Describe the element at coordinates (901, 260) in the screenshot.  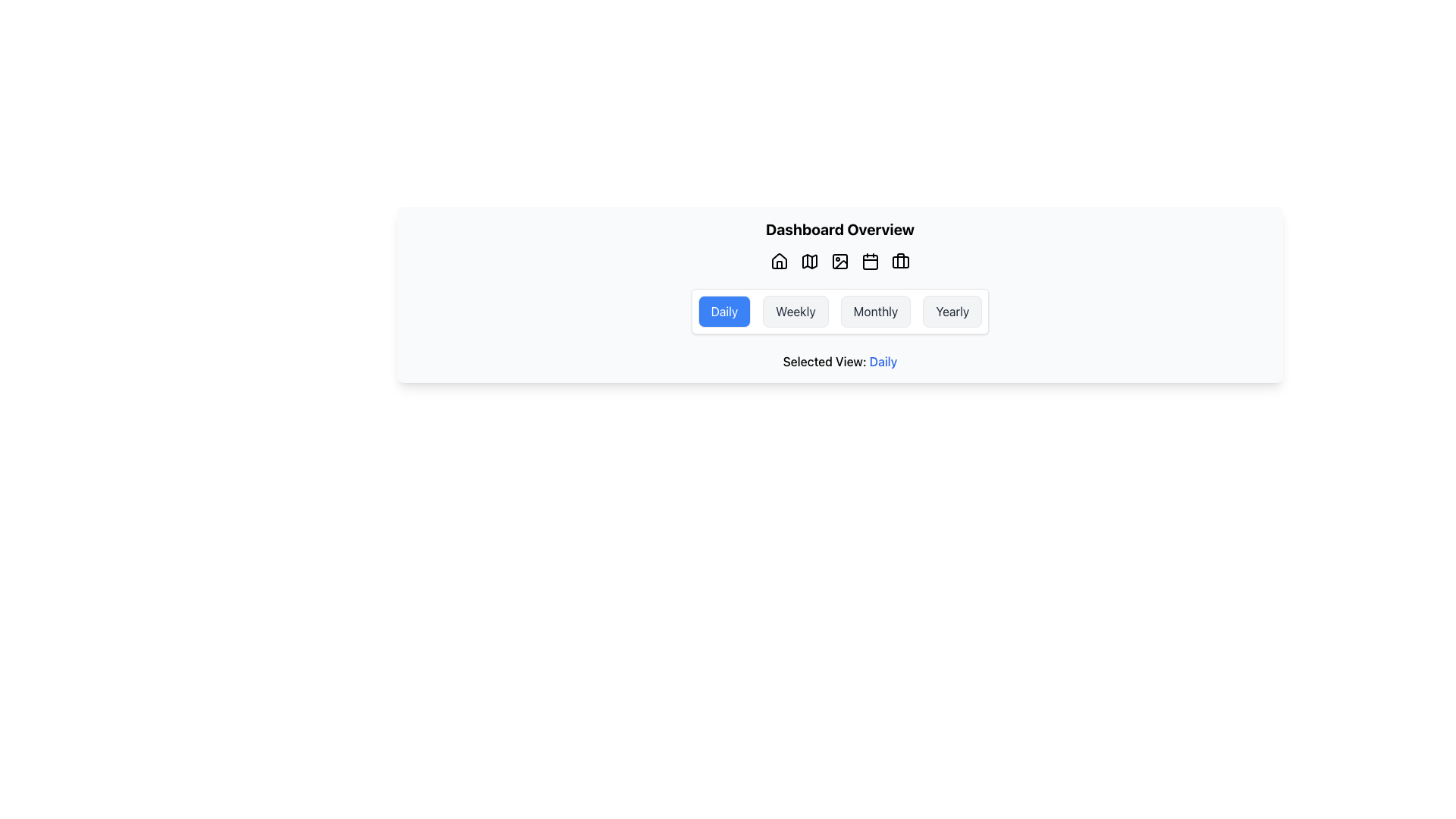
I see `the briefcase icon button located in the toolbar beneath the 'Dashboard Overview' header` at that location.